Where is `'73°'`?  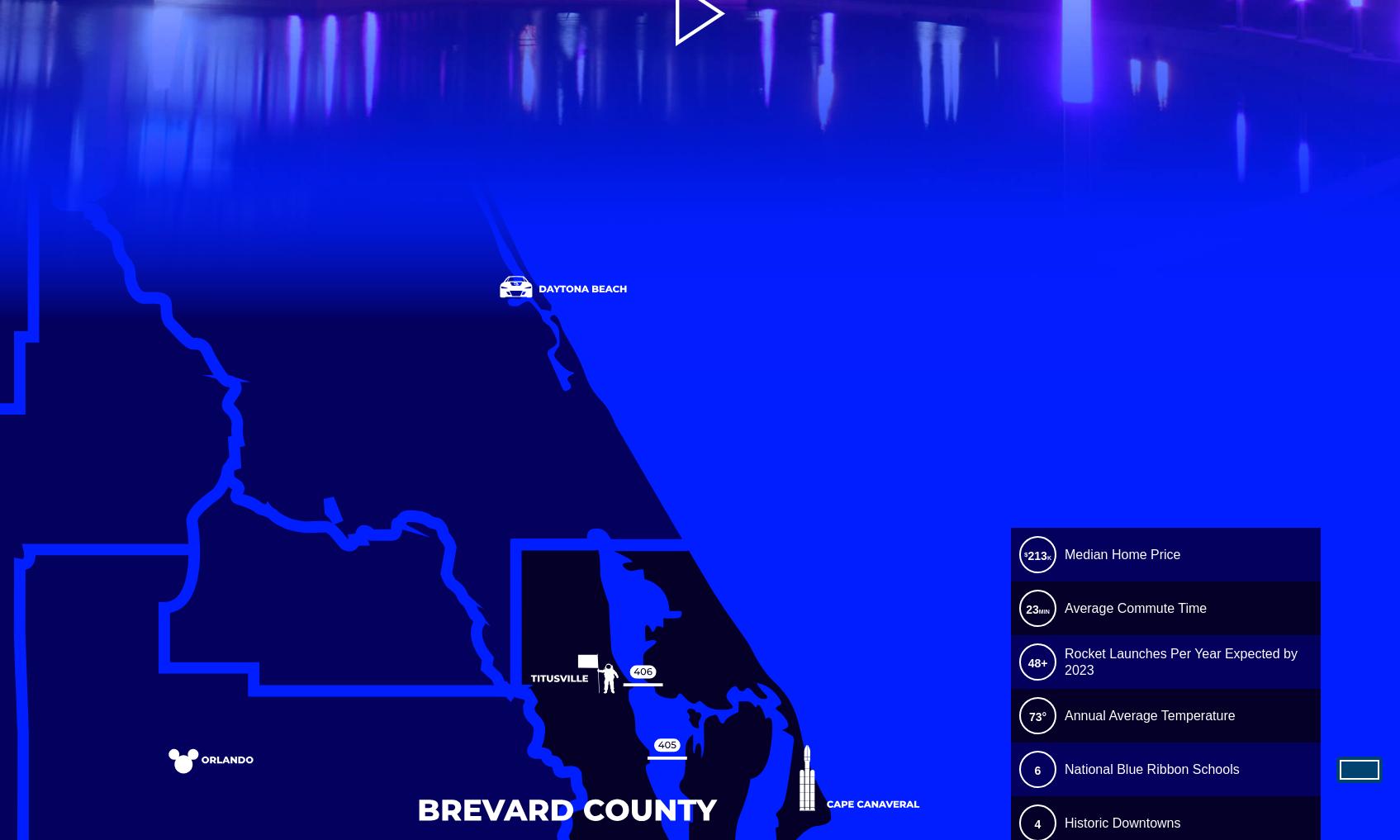
'73°' is located at coordinates (1036, 717).